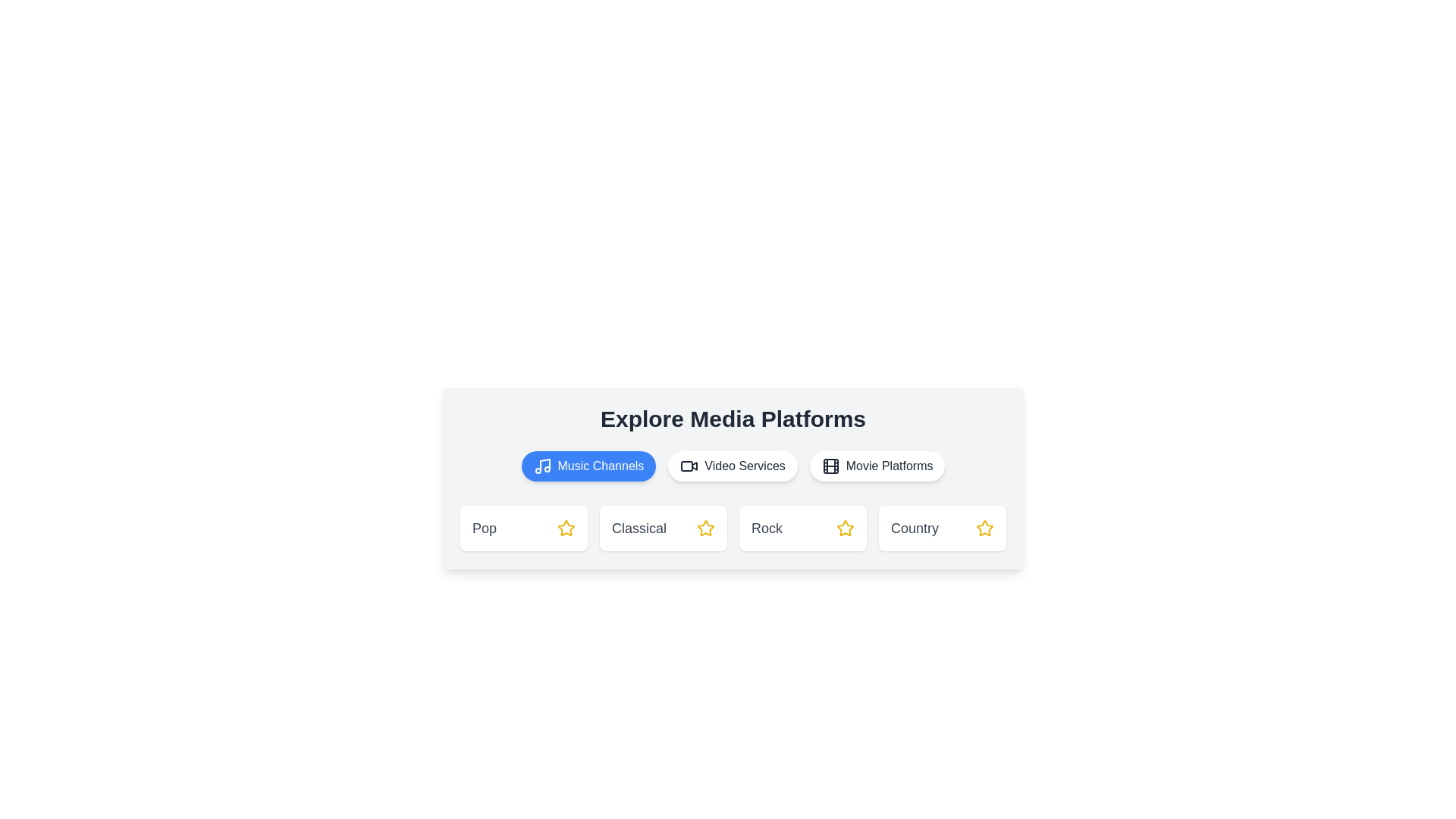  What do you see at coordinates (733, 465) in the screenshot?
I see `the button that activates video services, situated between 'Music Channels' and 'Movie Platforms'` at bounding box center [733, 465].